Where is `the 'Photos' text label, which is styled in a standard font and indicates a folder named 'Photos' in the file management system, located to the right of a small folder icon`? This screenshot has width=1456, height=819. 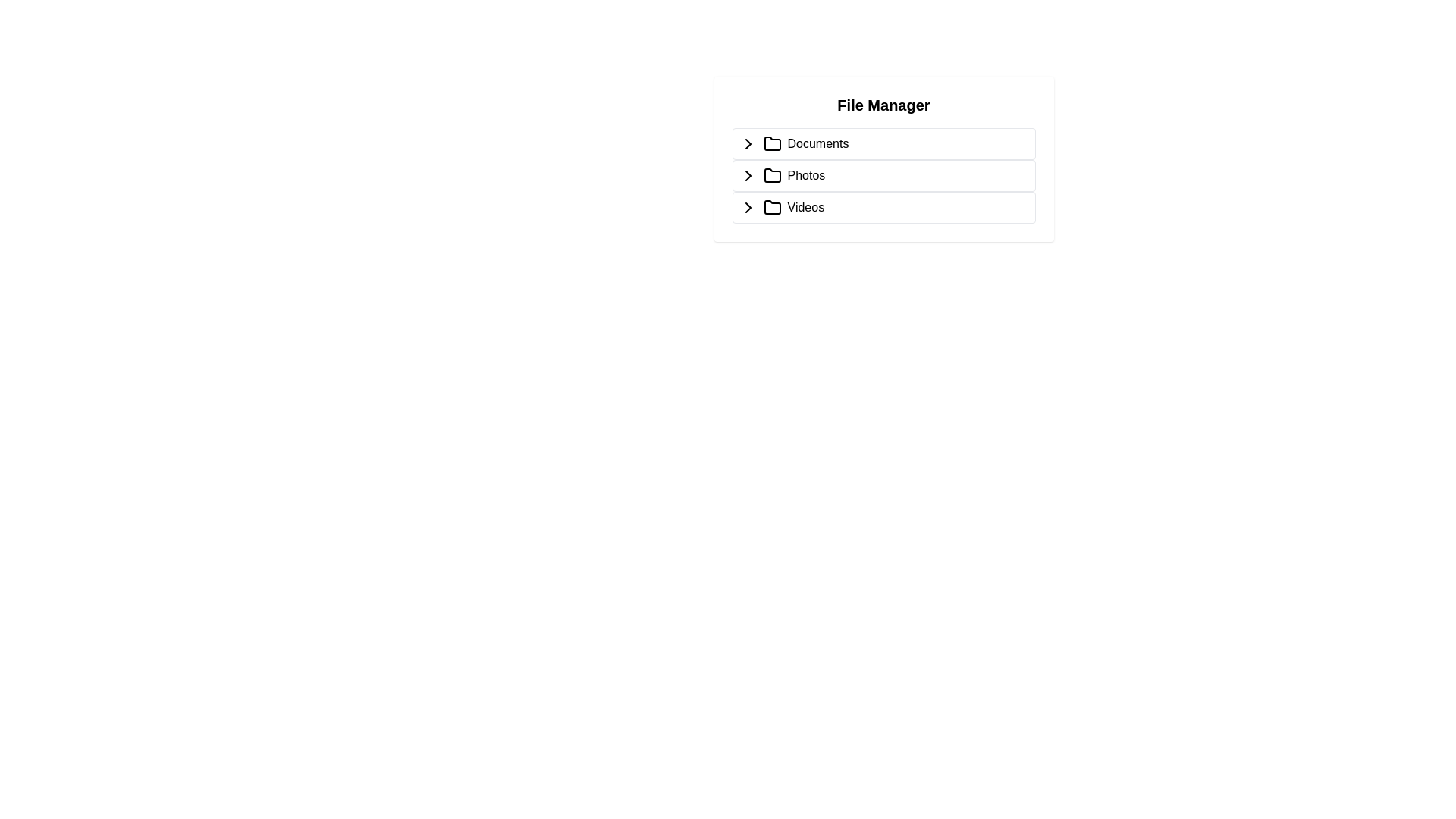
the 'Photos' text label, which is styled in a standard font and indicates a folder named 'Photos' in the file management system, located to the right of a small folder icon is located at coordinates (805, 174).